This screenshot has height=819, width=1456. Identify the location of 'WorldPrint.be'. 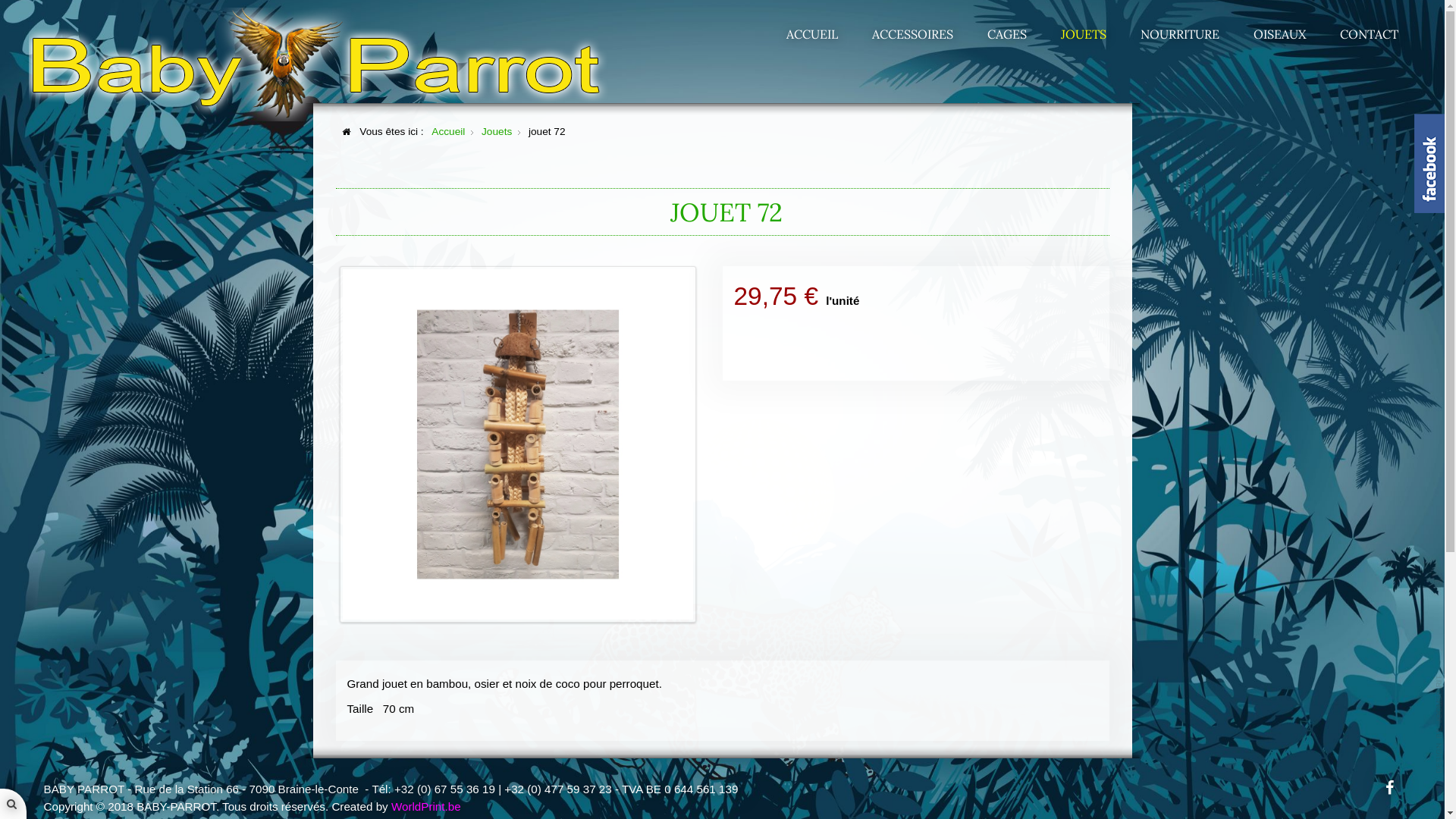
(391, 805).